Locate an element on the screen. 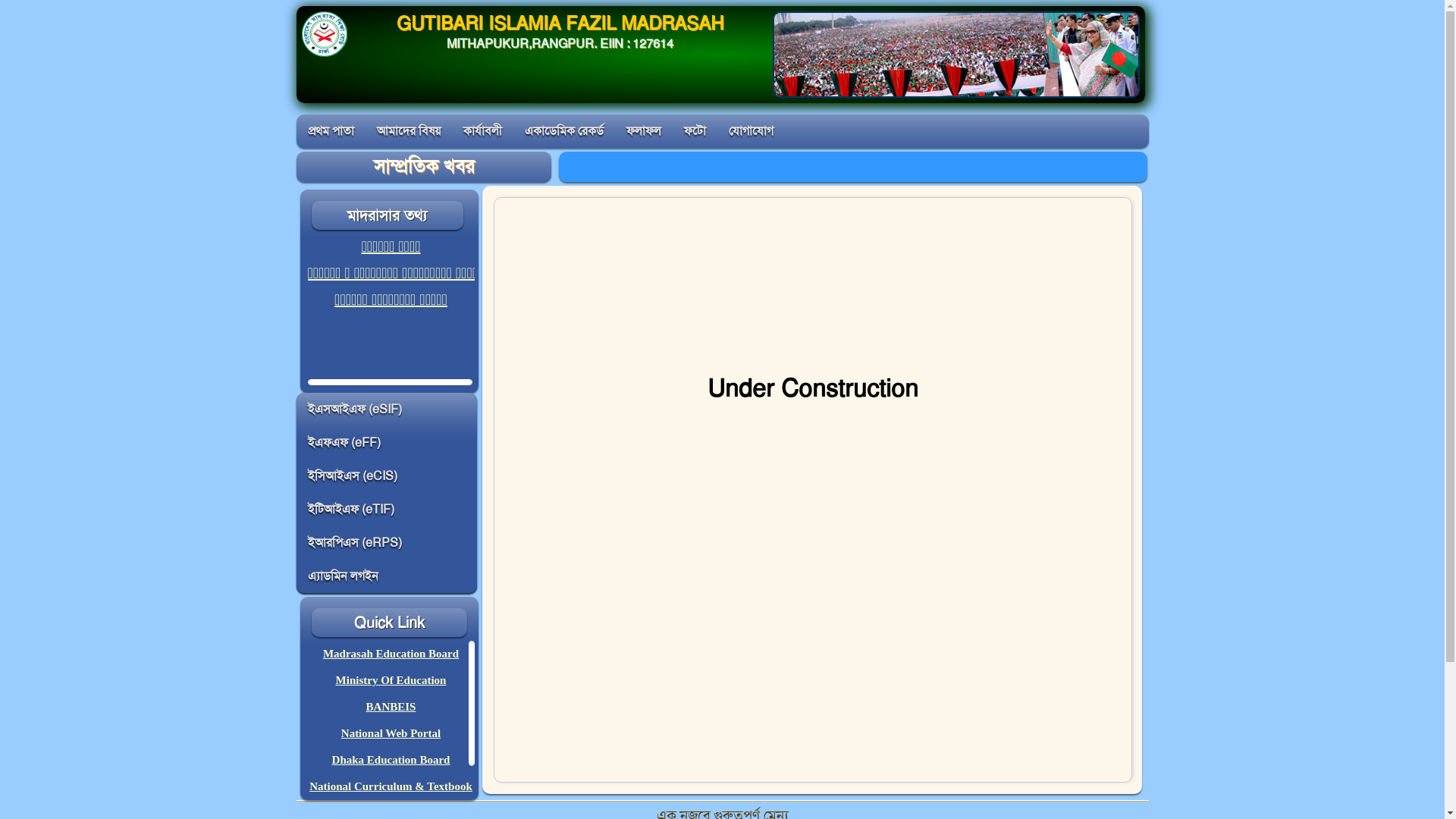 The image size is (1456, 819). 'National Curriculum & Textbook' is located at coordinates (391, 786).